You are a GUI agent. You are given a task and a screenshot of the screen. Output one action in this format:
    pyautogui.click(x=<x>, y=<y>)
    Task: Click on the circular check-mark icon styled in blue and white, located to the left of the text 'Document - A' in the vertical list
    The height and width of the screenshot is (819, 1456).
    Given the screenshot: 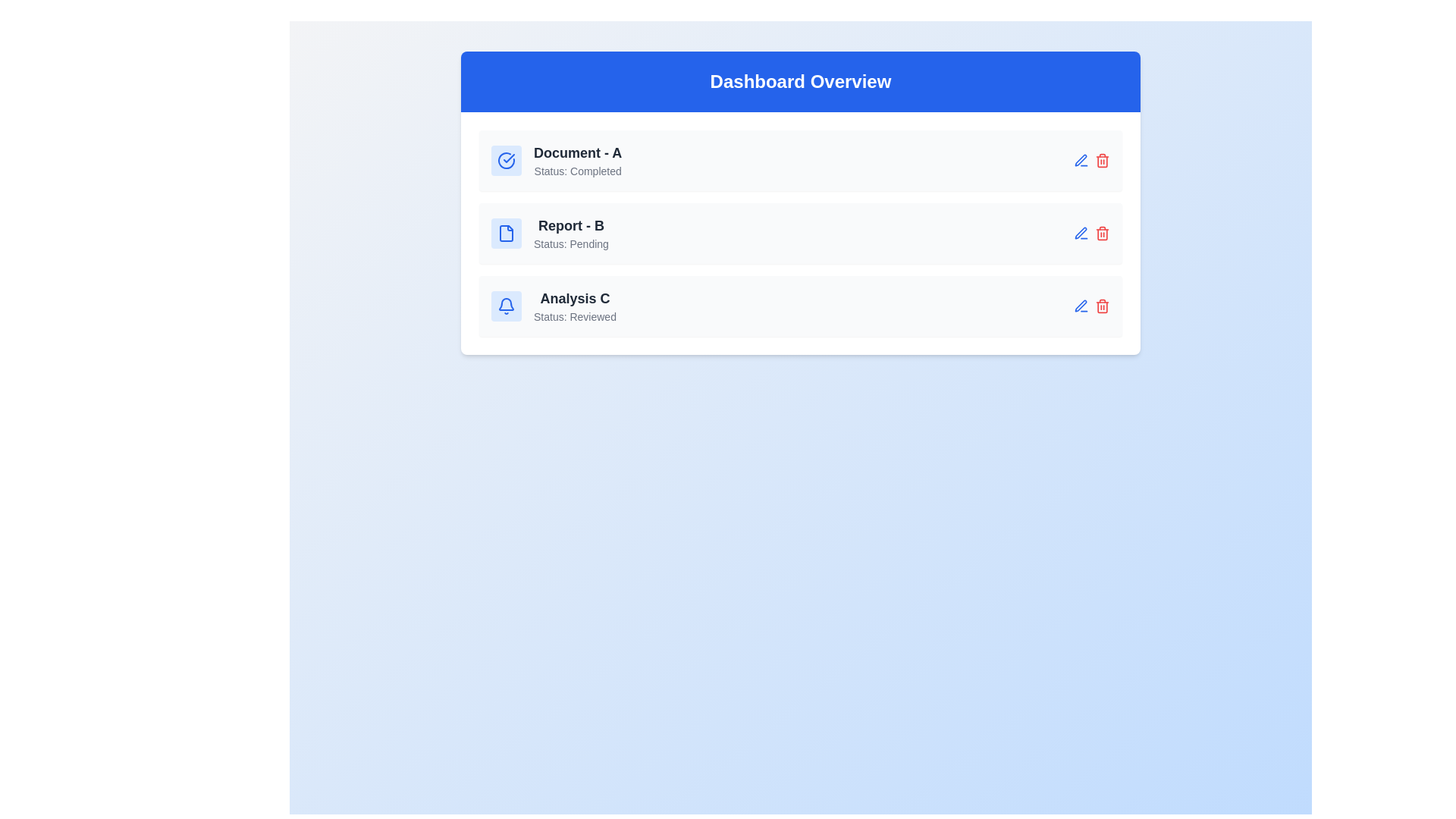 What is the action you would take?
    pyautogui.click(x=506, y=161)
    